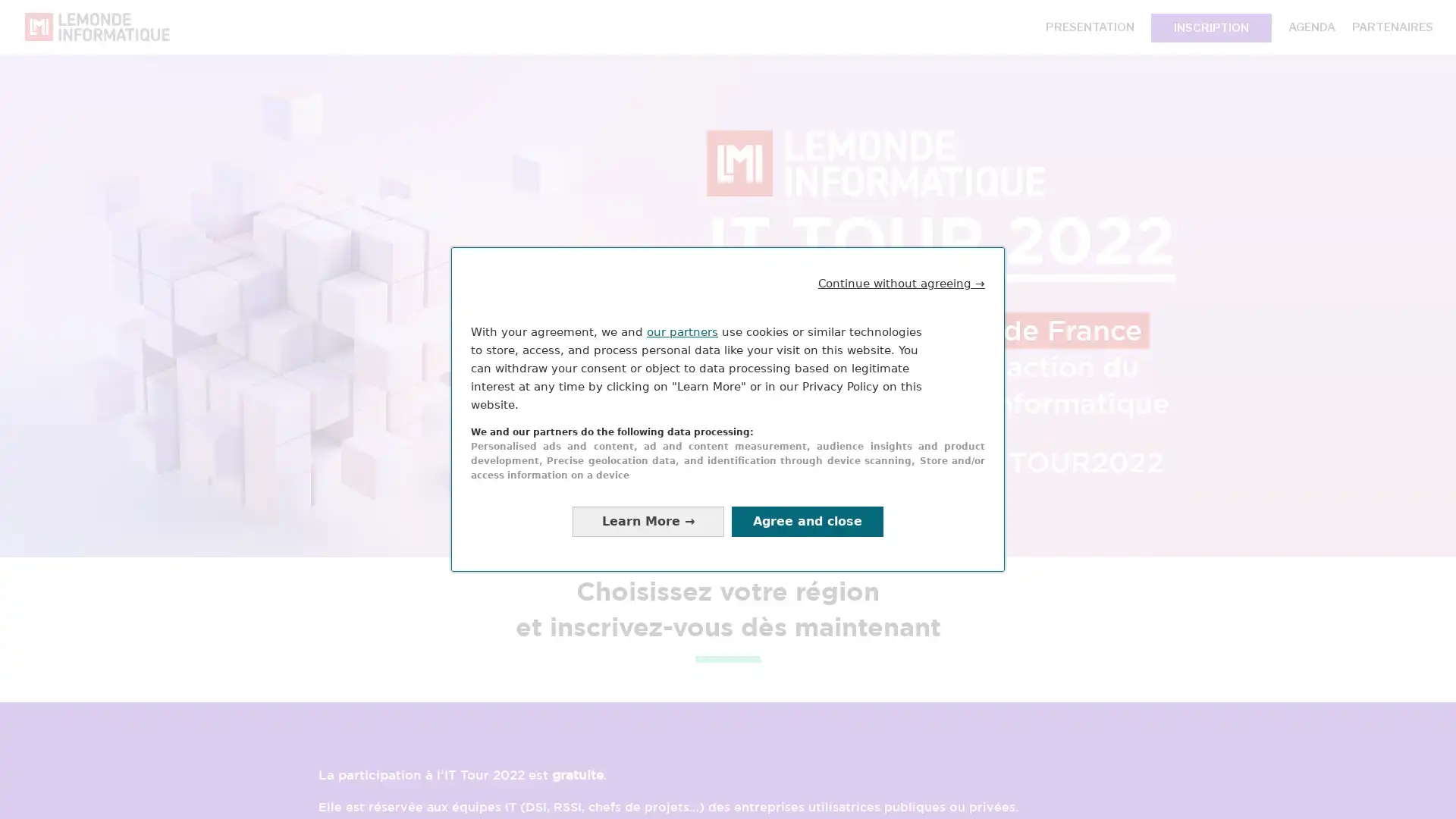  Describe the element at coordinates (648, 520) in the screenshot. I see `Configure your consents` at that location.